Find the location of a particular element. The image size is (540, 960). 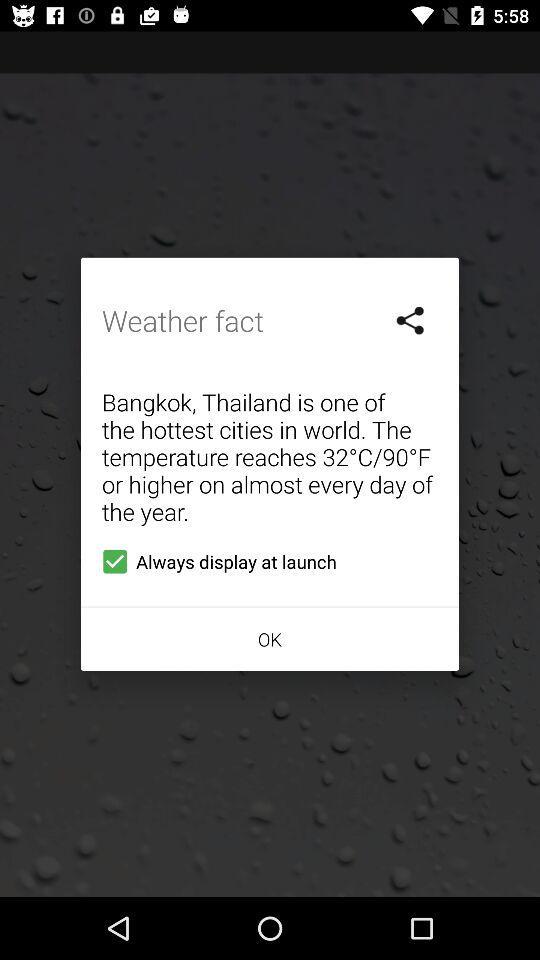

icon above the bangkok thailand is item is located at coordinates (410, 320).